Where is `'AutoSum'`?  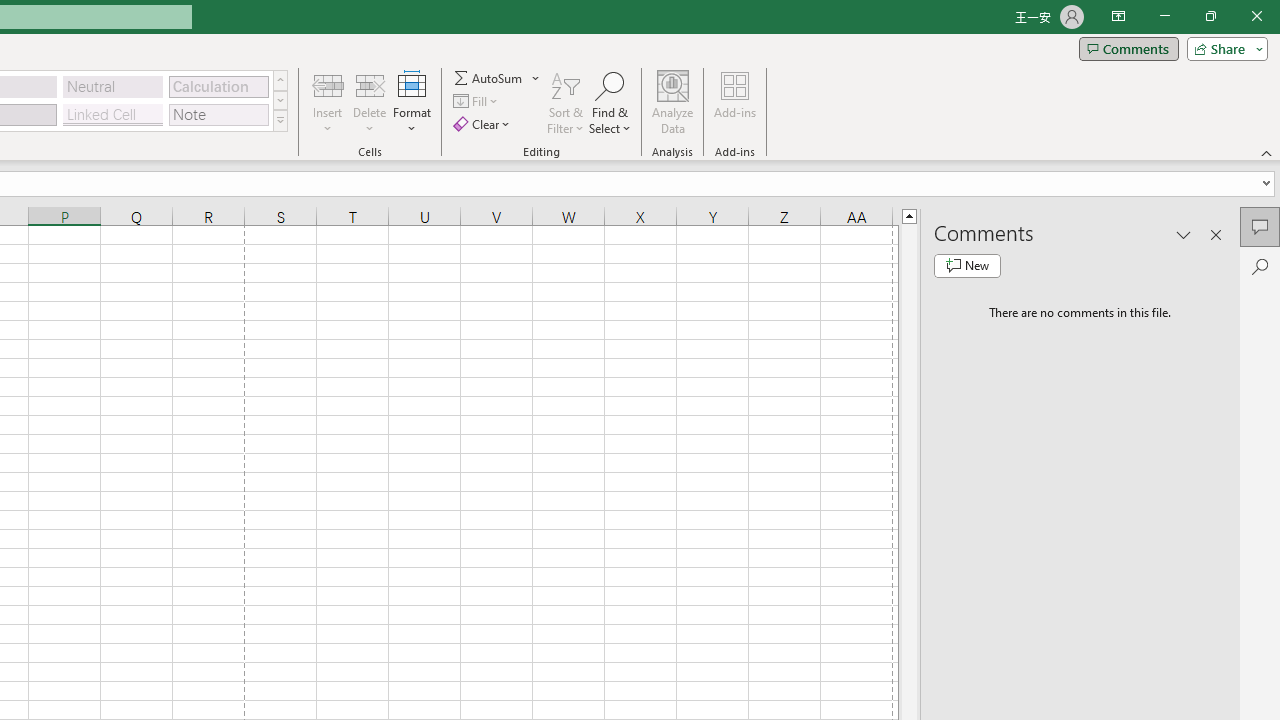
'AutoSum' is located at coordinates (497, 77).